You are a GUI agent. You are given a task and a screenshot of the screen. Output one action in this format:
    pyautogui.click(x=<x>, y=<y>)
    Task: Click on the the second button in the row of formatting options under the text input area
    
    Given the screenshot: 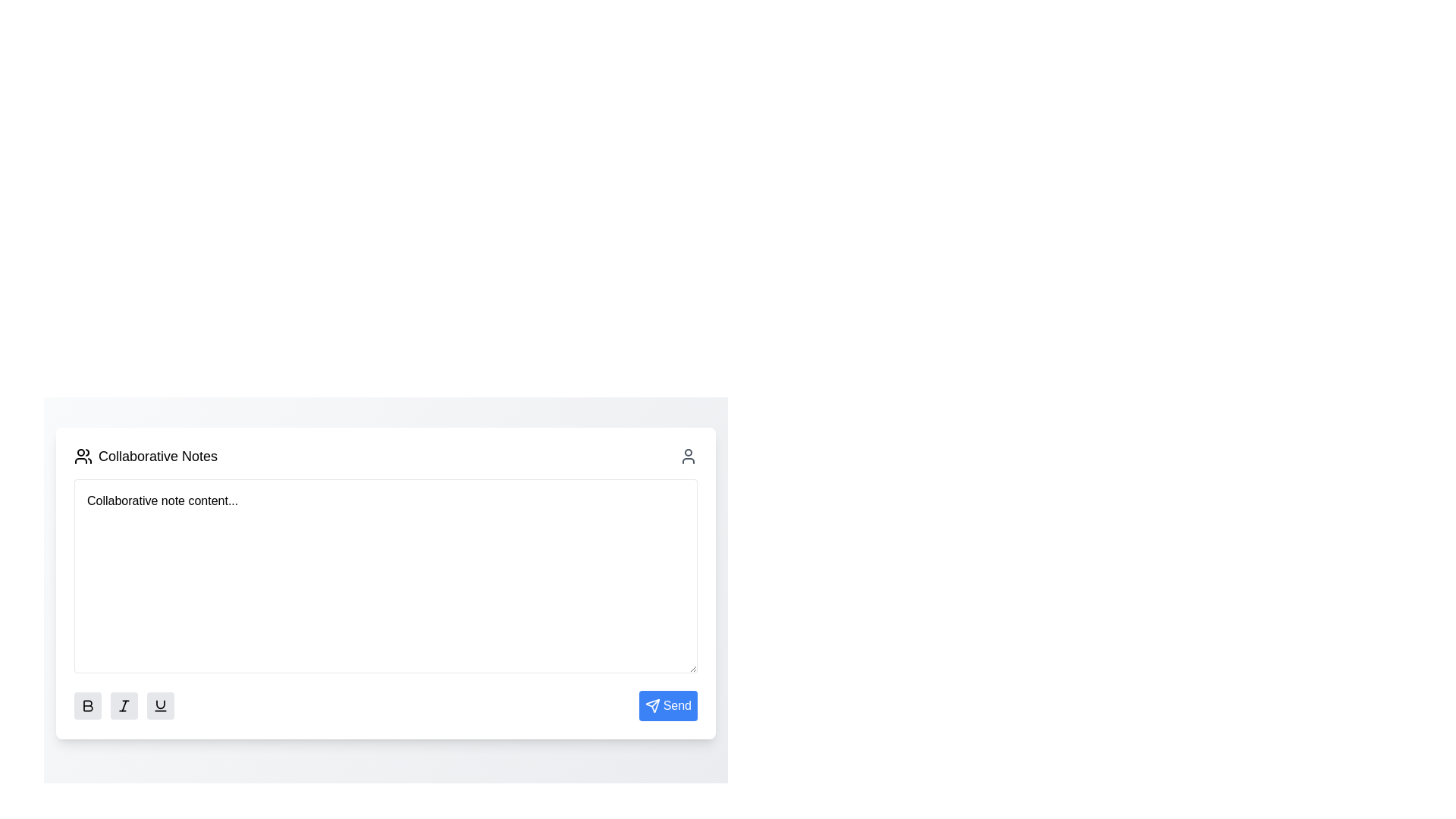 What is the action you would take?
    pyautogui.click(x=124, y=705)
    